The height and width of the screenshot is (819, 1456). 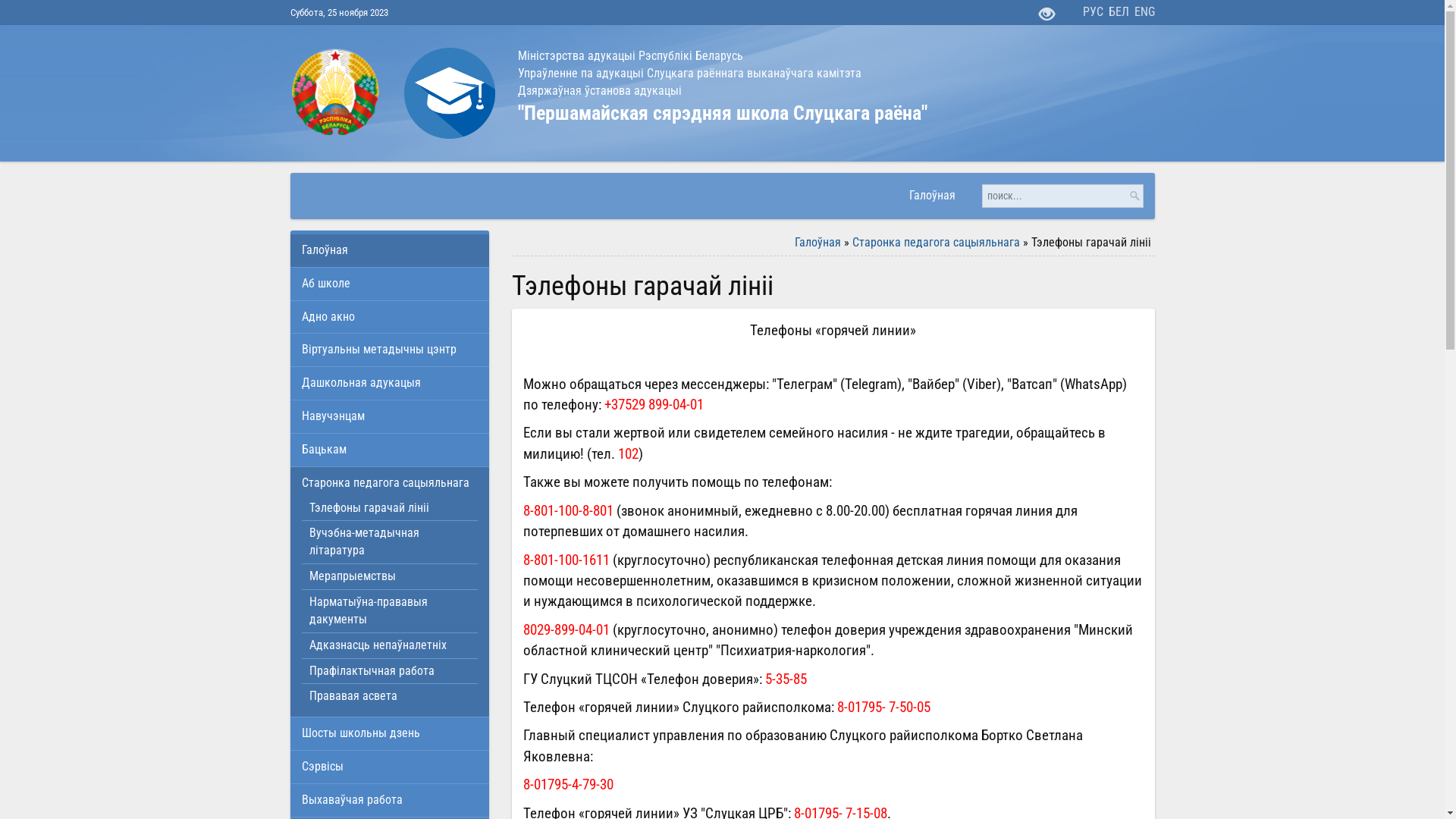 What do you see at coordinates (1144, 12) in the screenshot?
I see `'ENG'` at bounding box center [1144, 12].